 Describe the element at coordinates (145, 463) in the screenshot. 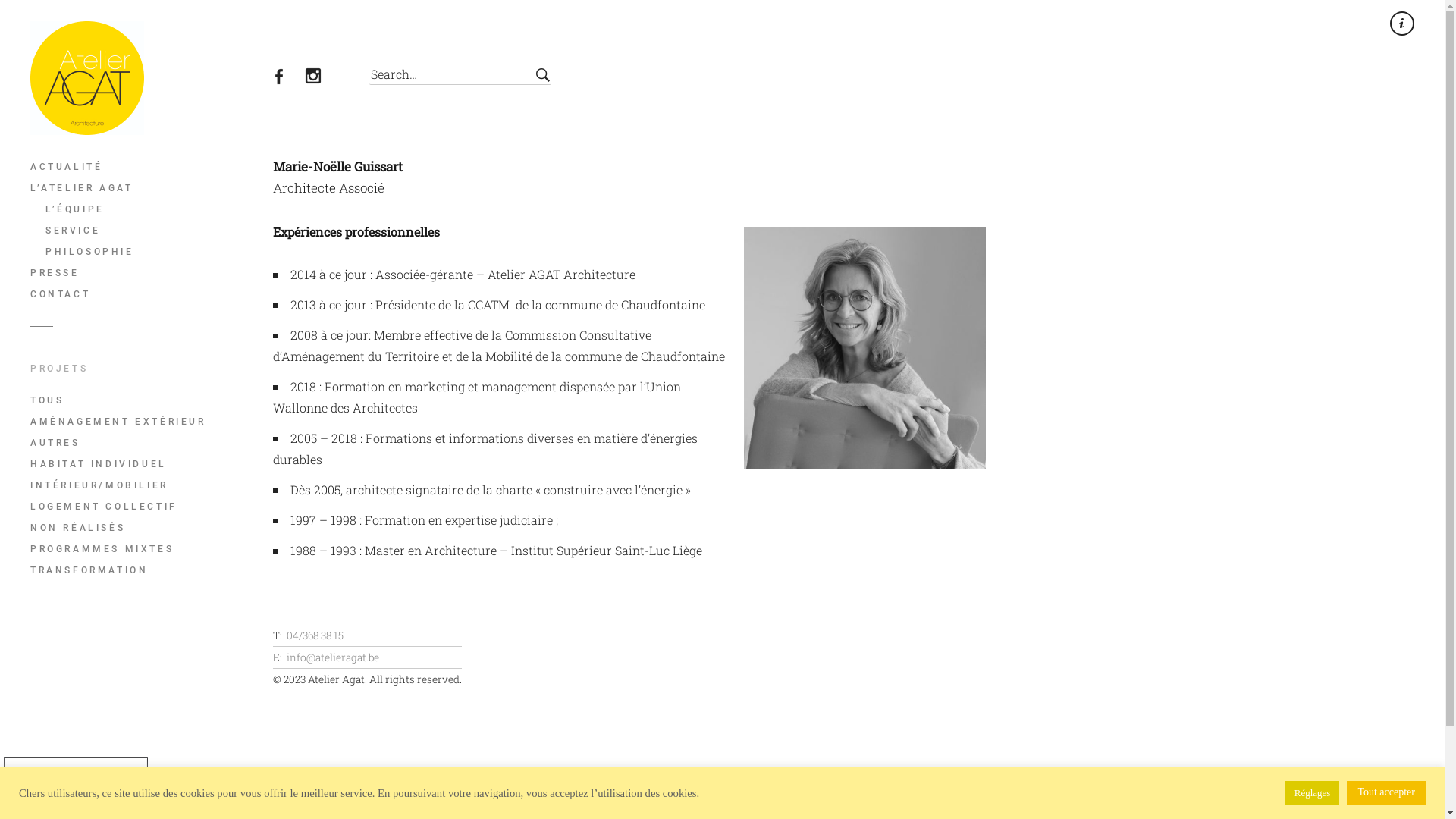

I see `'HABITAT INDIVIDUEL'` at that location.